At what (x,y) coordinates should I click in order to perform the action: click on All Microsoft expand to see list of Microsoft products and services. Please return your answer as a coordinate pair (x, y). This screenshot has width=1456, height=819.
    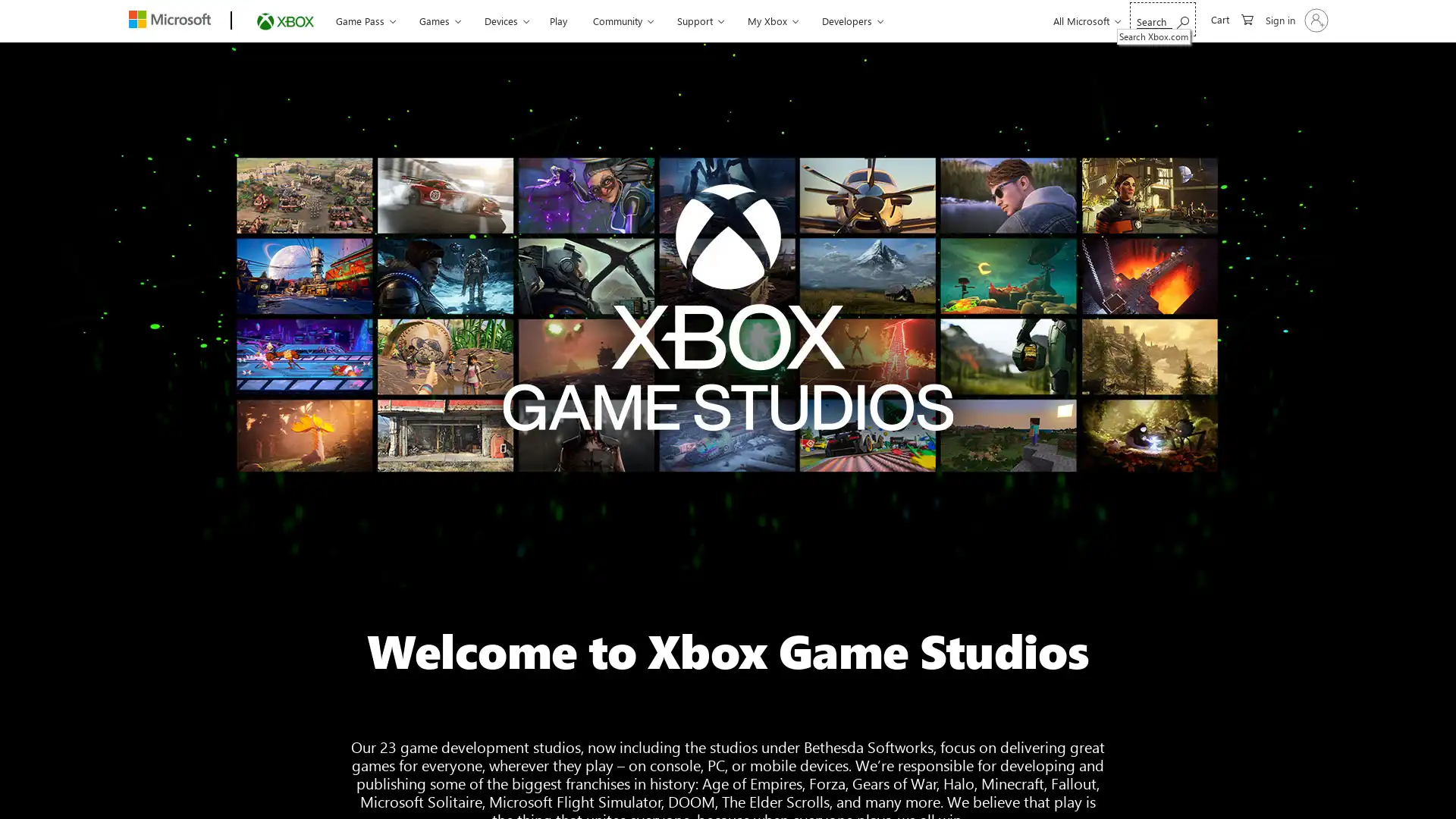
    Looking at the image, I should click on (1084, 20).